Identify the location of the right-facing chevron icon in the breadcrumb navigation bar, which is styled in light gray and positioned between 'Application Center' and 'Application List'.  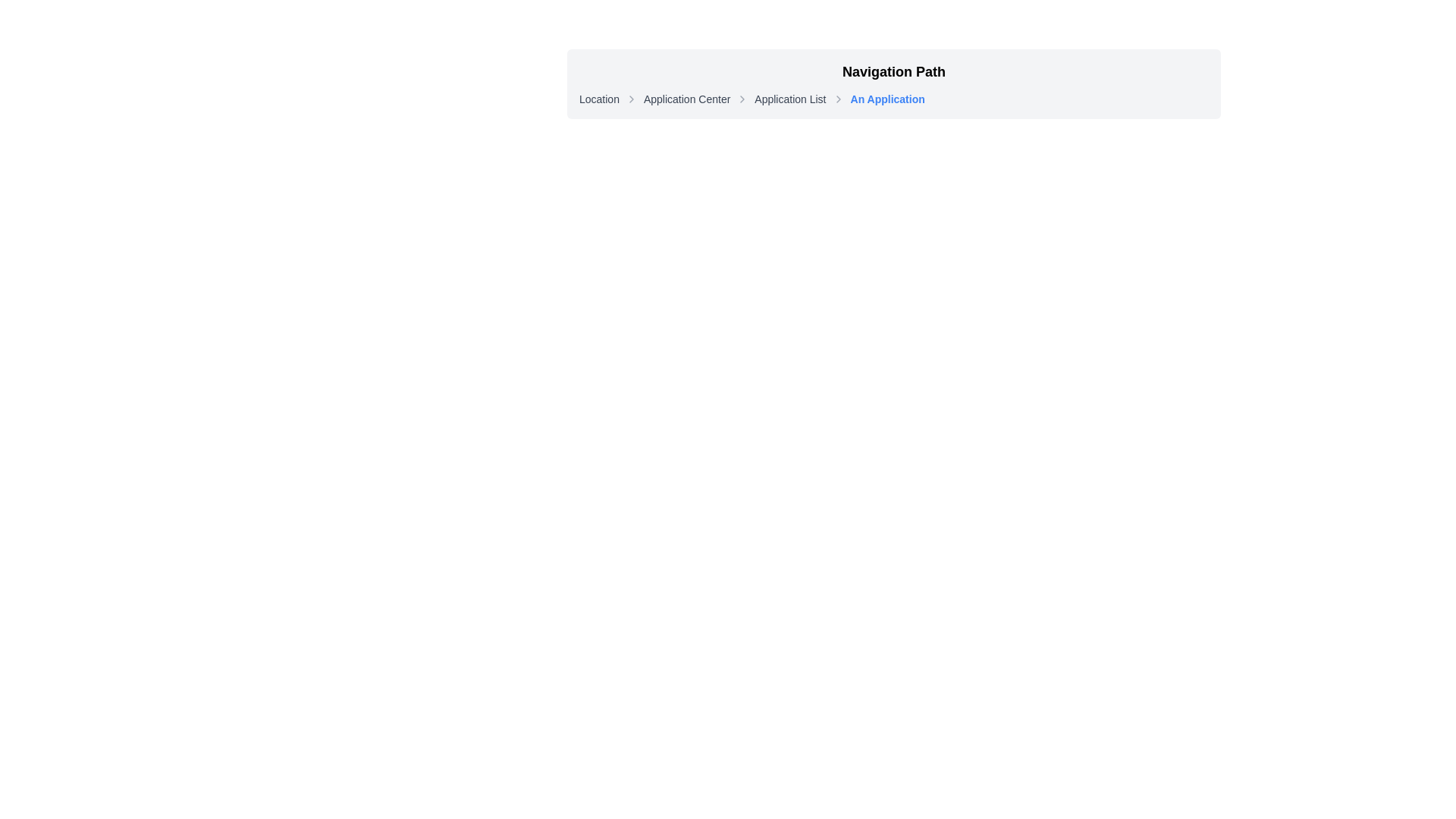
(742, 99).